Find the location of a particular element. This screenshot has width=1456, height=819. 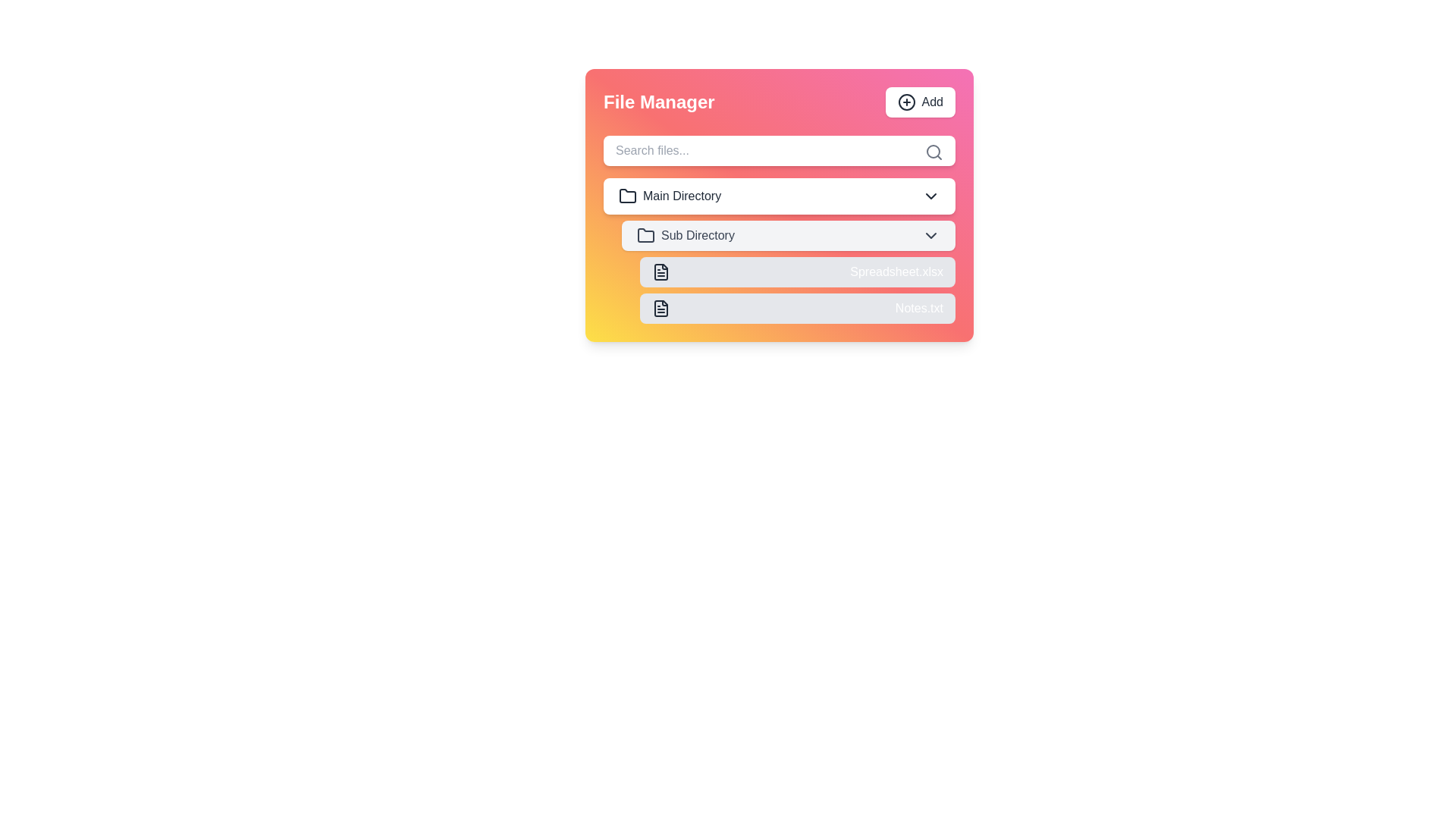

the downward-pointing chevron icon located to the far right inside the 'Sub Directory' row is located at coordinates (930, 236).